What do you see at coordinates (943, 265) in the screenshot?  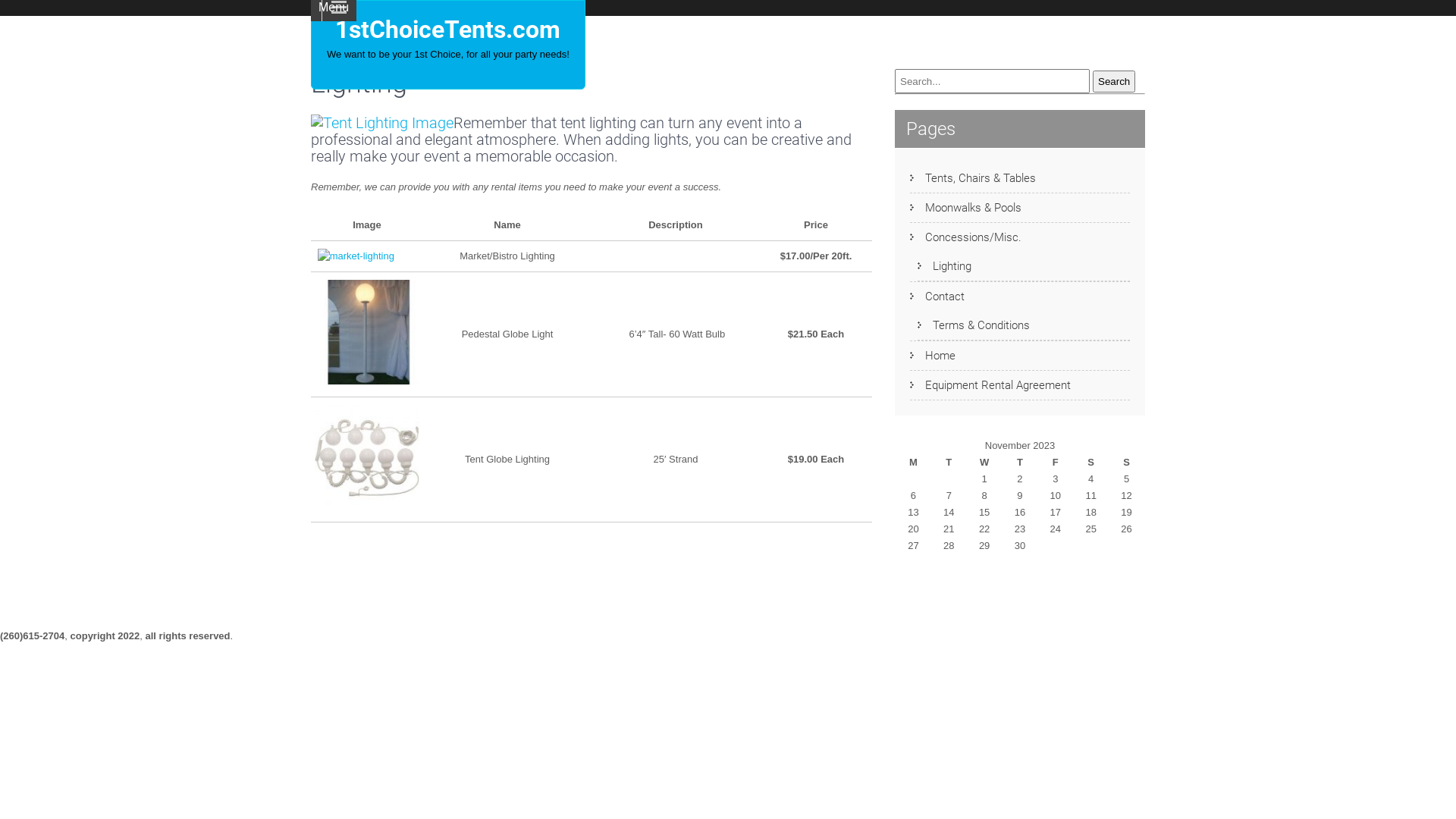 I see `'Lighting'` at bounding box center [943, 265].